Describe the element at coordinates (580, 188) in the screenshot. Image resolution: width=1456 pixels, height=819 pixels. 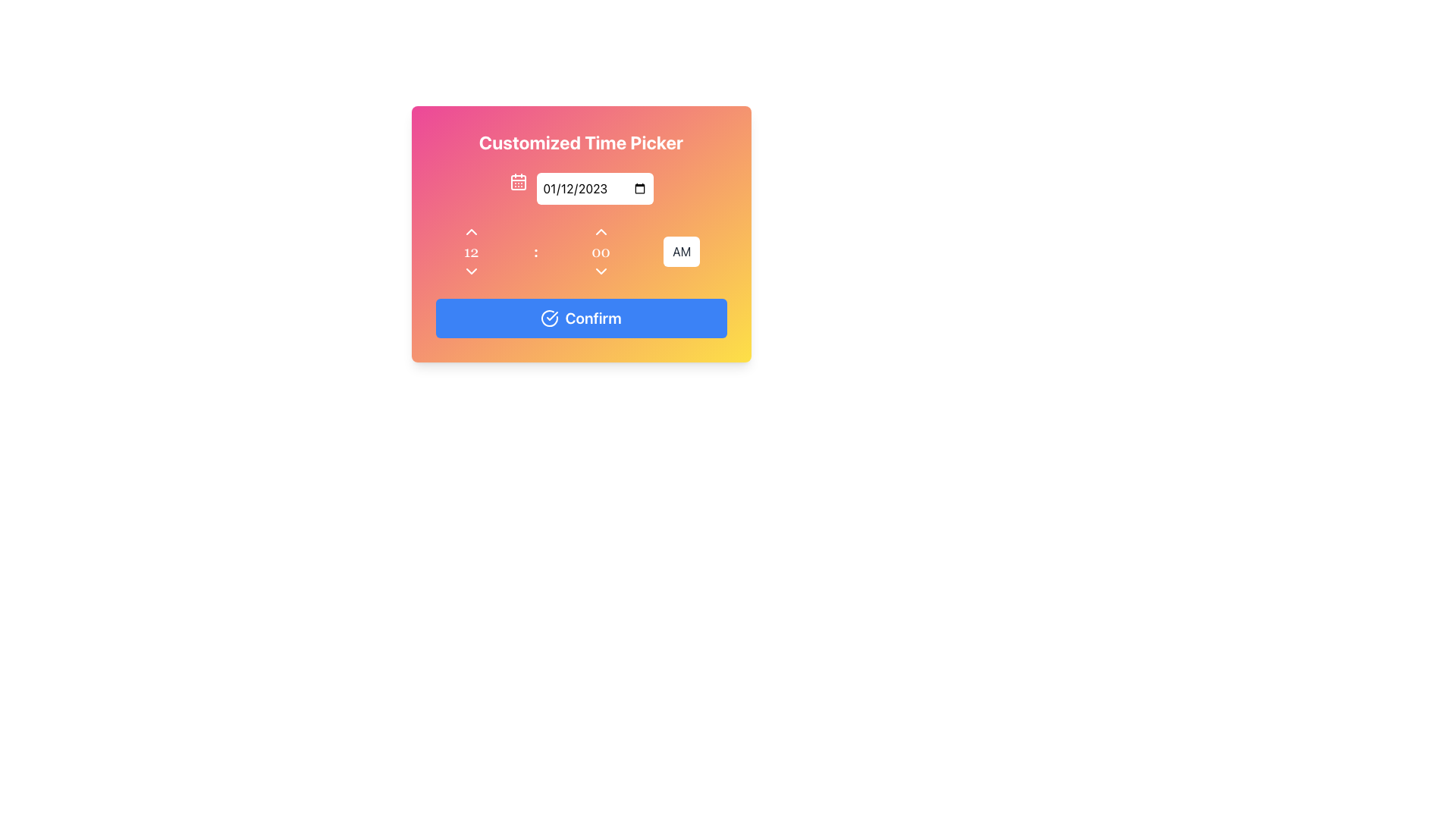
I see `the input field of the date picker` at that location.